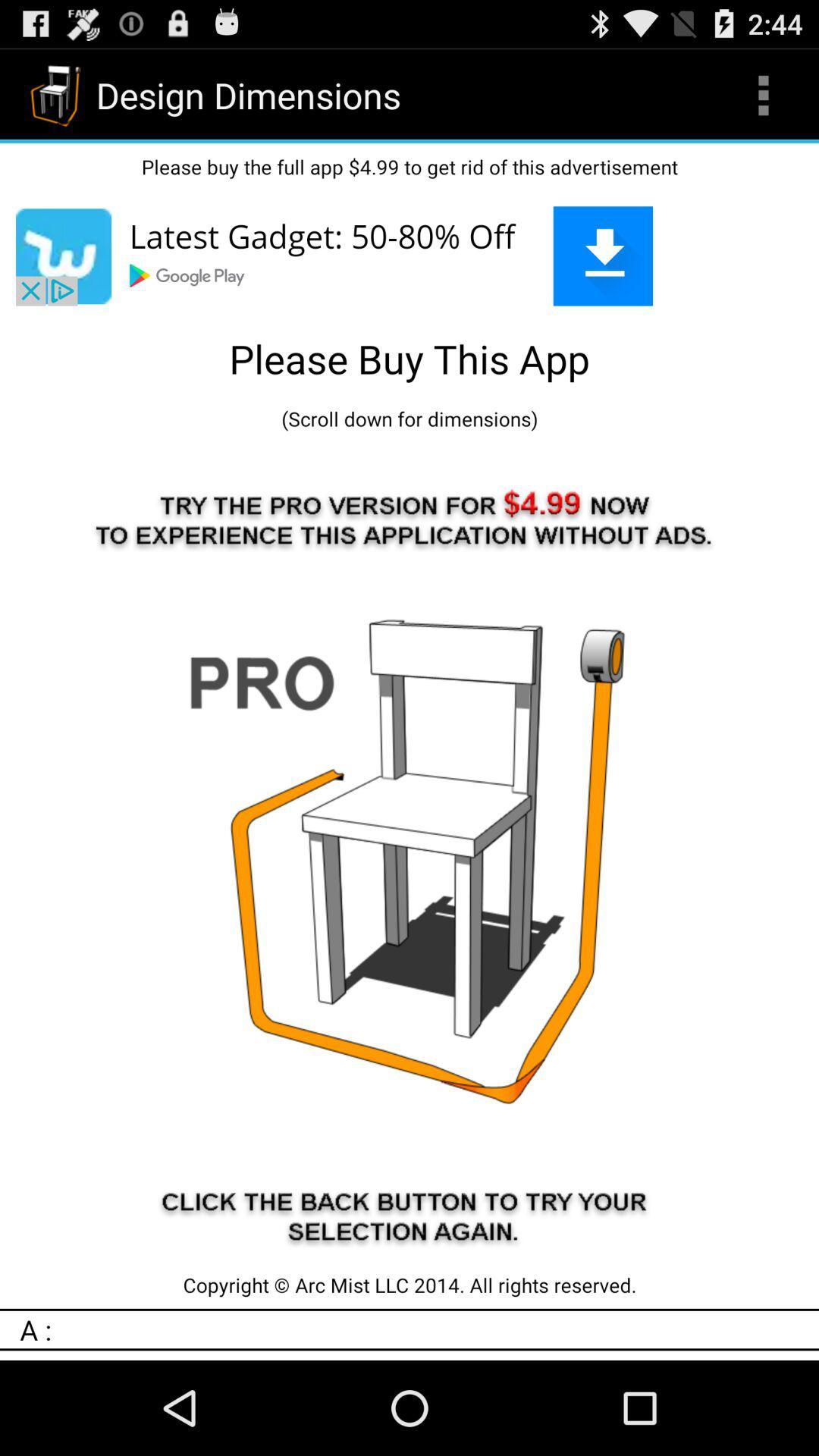 The image size is (819, 1456). What do you see at coordinates (409, 852) in the screenshot?
I see `the icon at the center` at bounding box center [409, 852].